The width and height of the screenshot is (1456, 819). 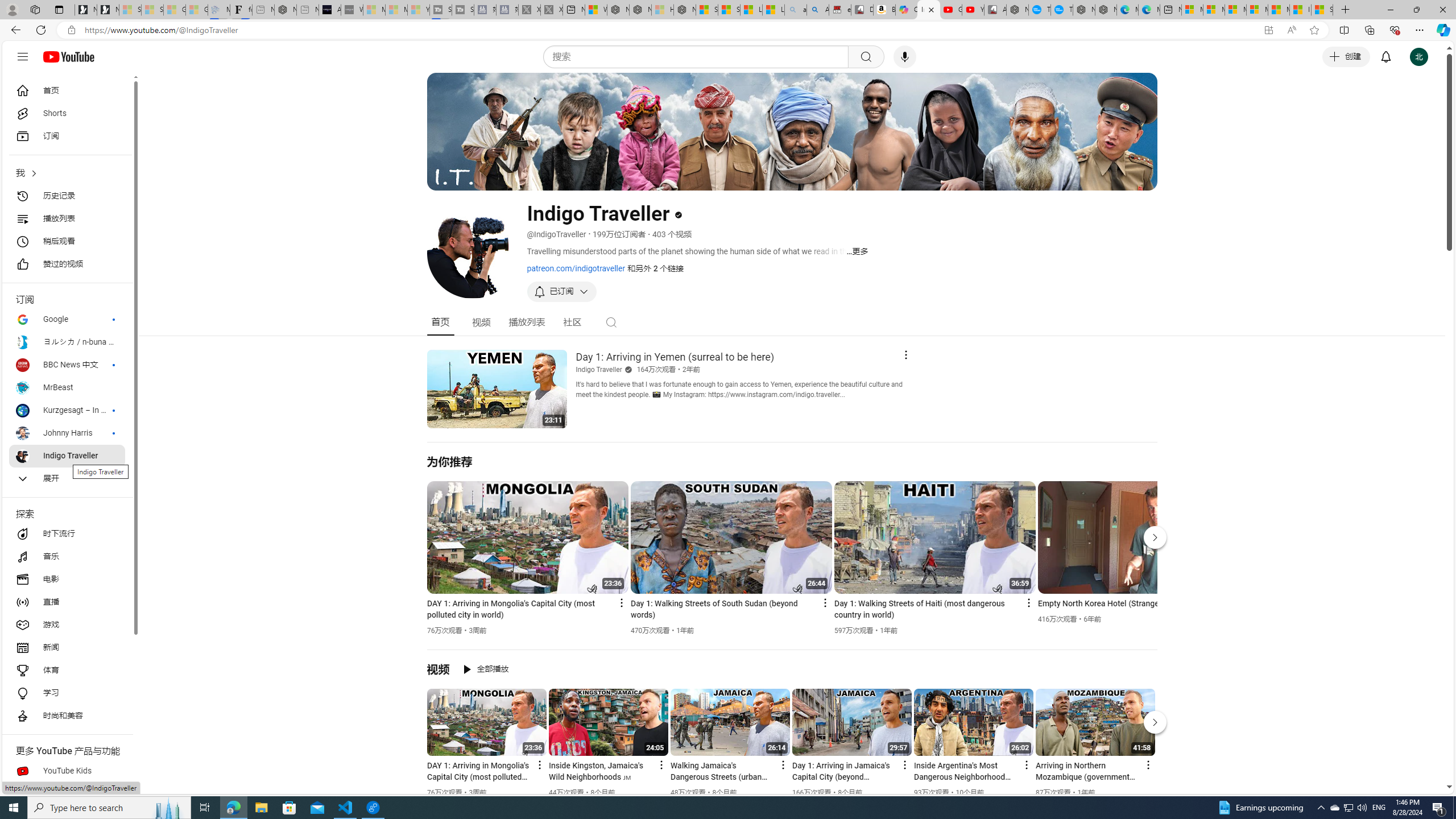 I want to click on 'Amazon Echo Dot PNG - Search Images', so click(x=818, y=9).